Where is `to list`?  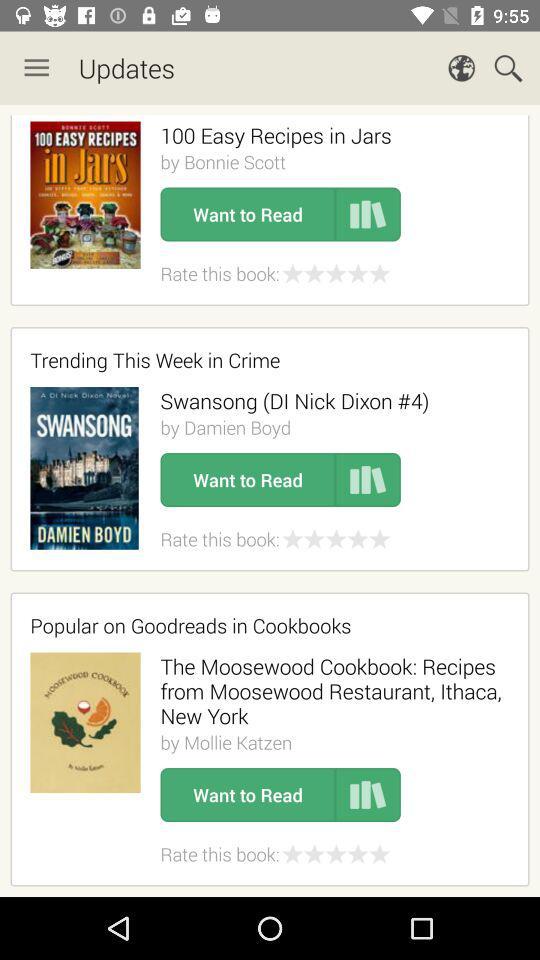 to list is located at coordinates (367, 480).